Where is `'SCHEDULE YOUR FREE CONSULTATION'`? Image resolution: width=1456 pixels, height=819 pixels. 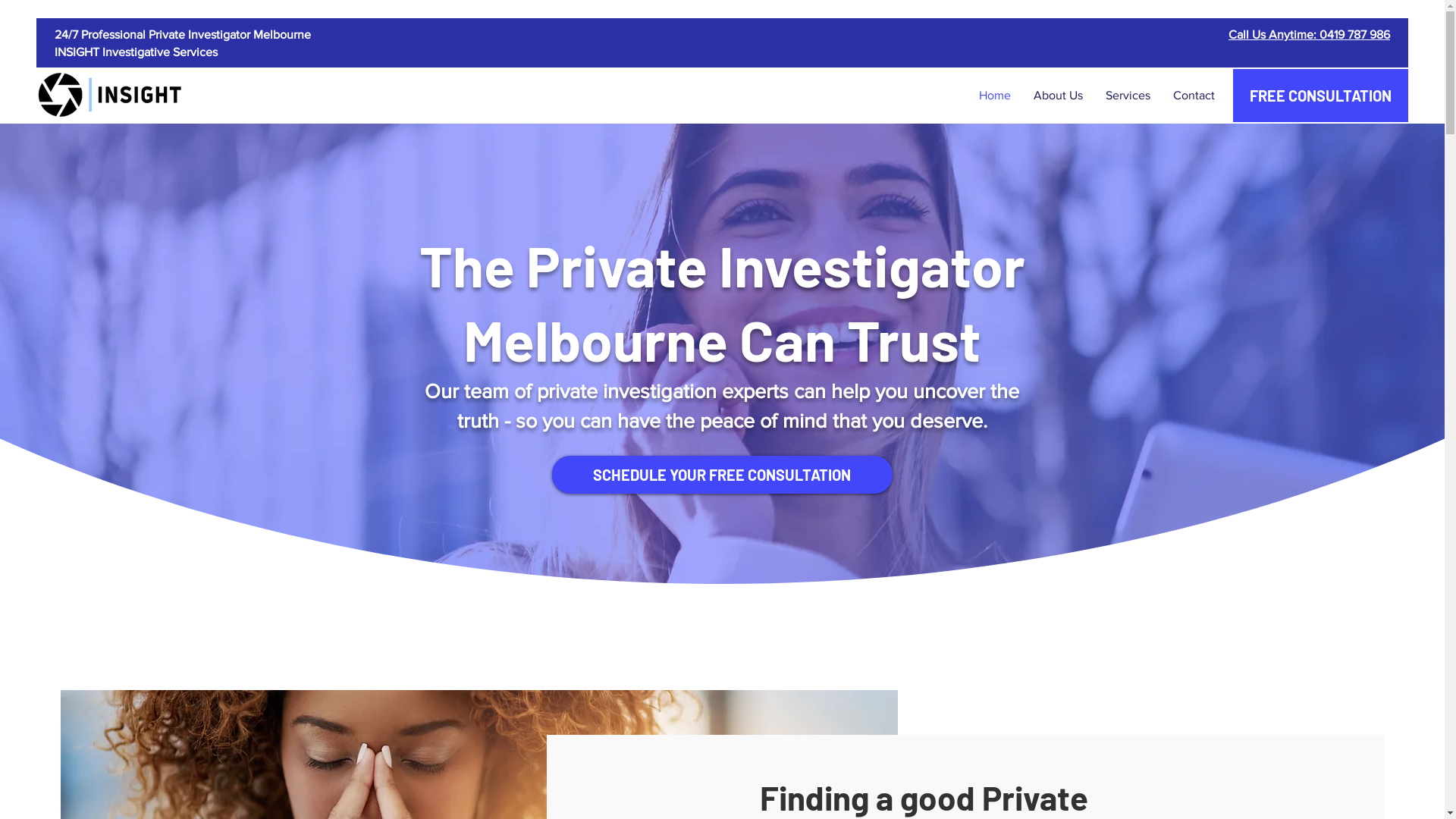
'SCHEDULE YOUR FREE CONSULTATION' is located at coordinates (721, 473).